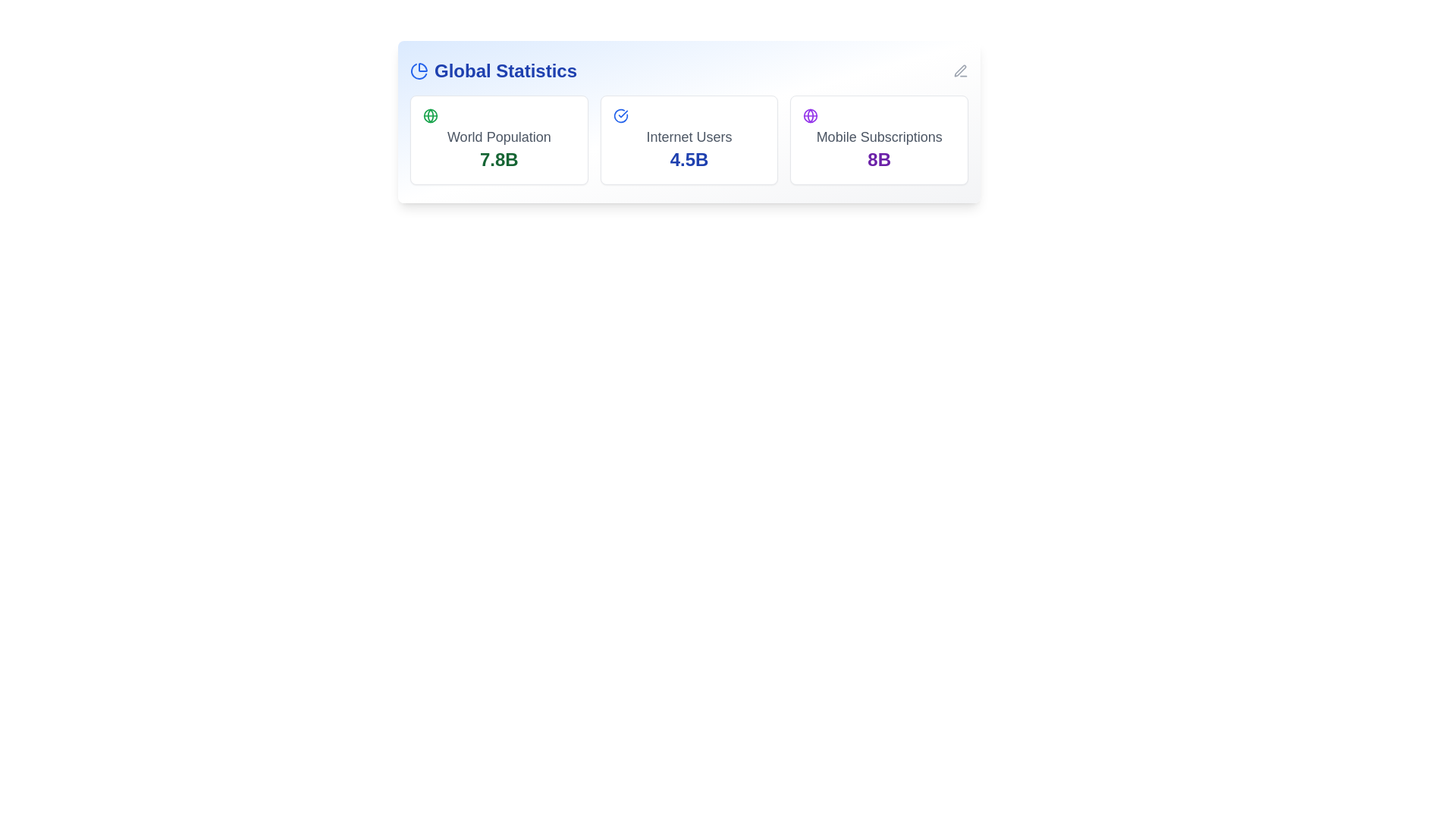 The image size is (1456, 819). What do you see at coordinates (499, 160) in the screenshot?
I see `numeric value '7.8B' displayed in bold green text below the 'World Population' label in the first card of the dashboard interface` at bounding box center [499, 160].